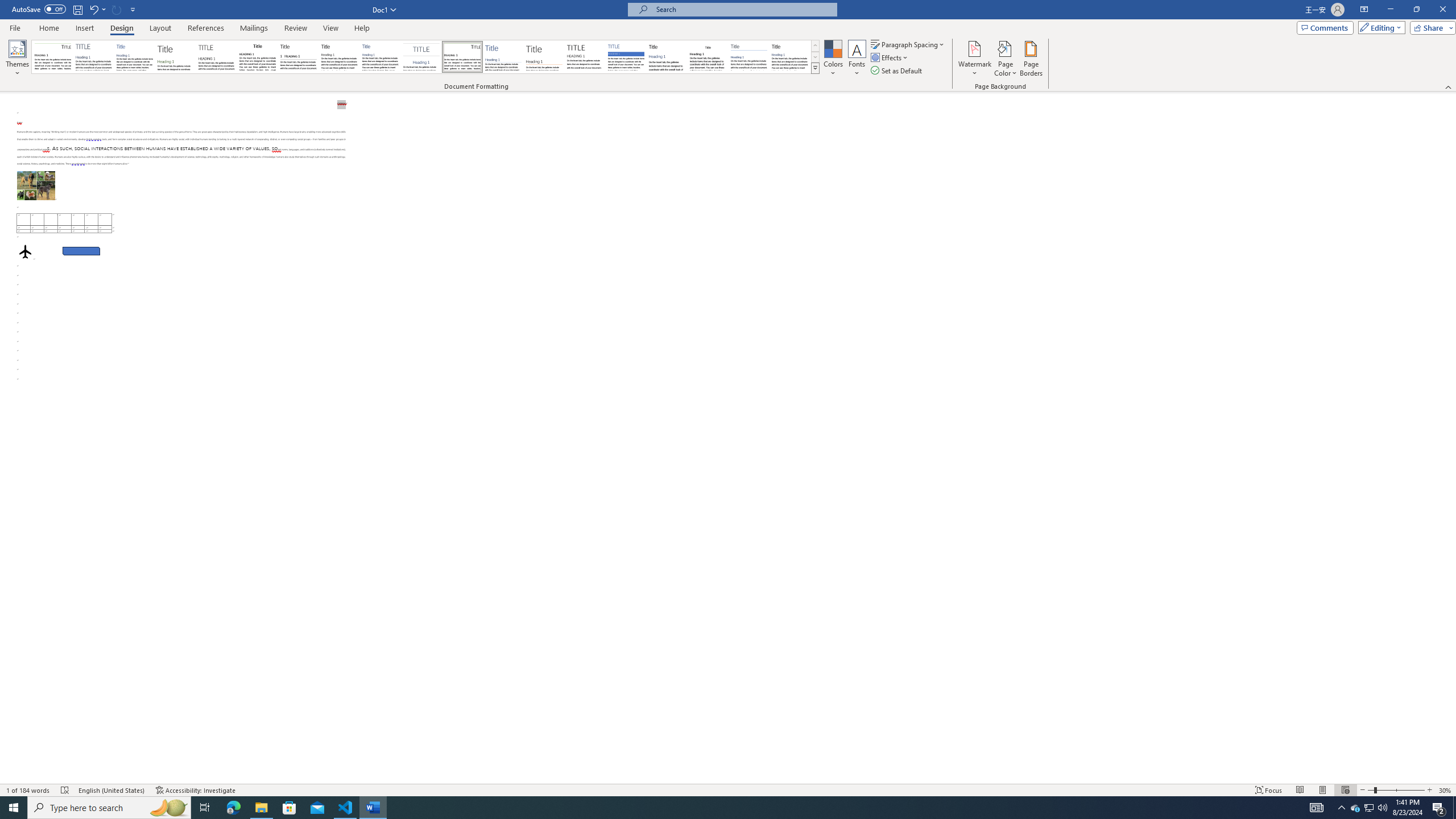 This screenshot has width=1456, height=819. What do you see at coordinates (1031, 59) in the screenshot?
I see `'Page Borders...'` at bounding box center [1031, 59].